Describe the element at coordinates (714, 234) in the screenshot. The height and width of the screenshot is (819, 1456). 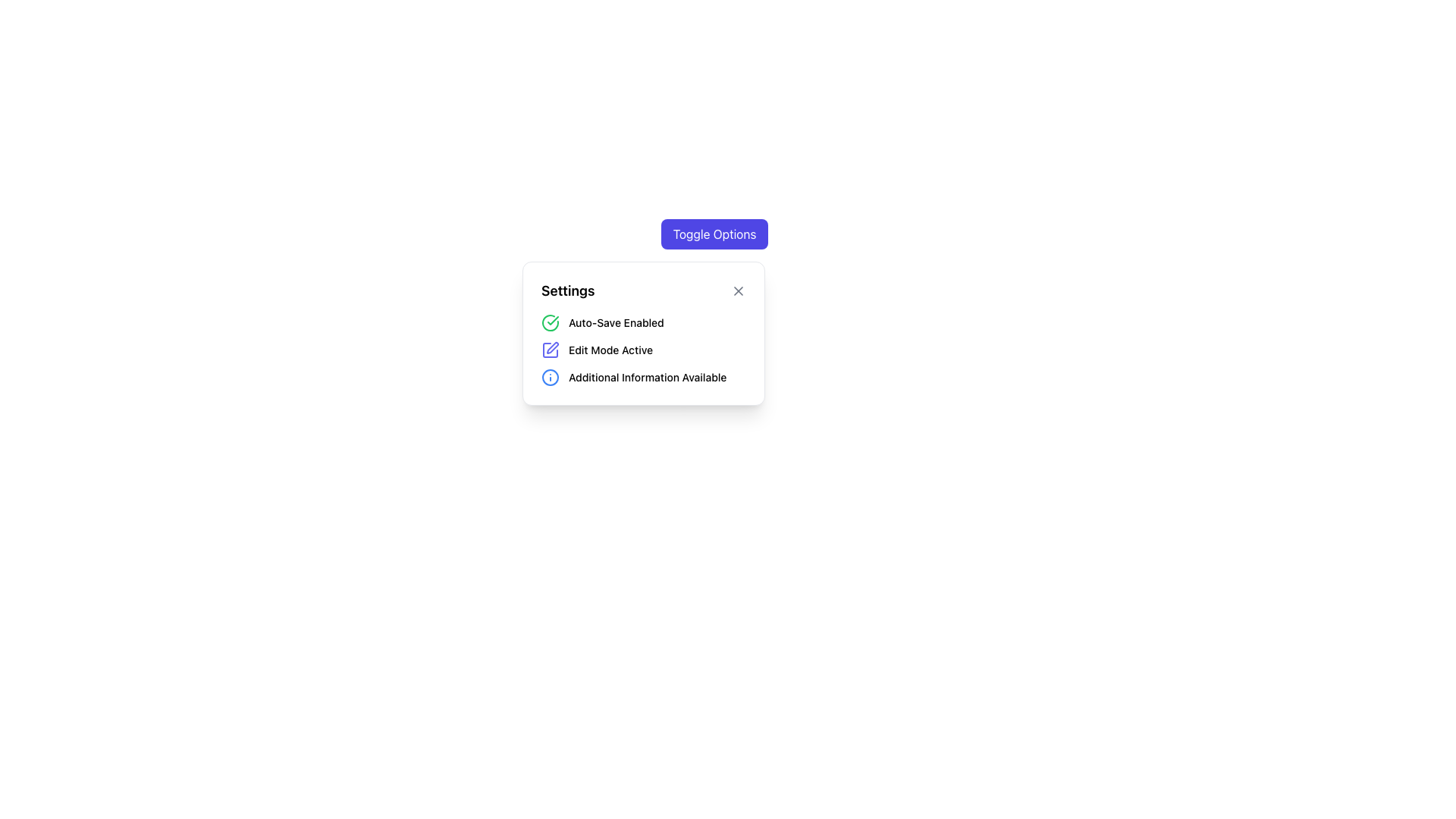
I see `the 'Toggle Options' button with a vibrant indigo background and white text` at that location.